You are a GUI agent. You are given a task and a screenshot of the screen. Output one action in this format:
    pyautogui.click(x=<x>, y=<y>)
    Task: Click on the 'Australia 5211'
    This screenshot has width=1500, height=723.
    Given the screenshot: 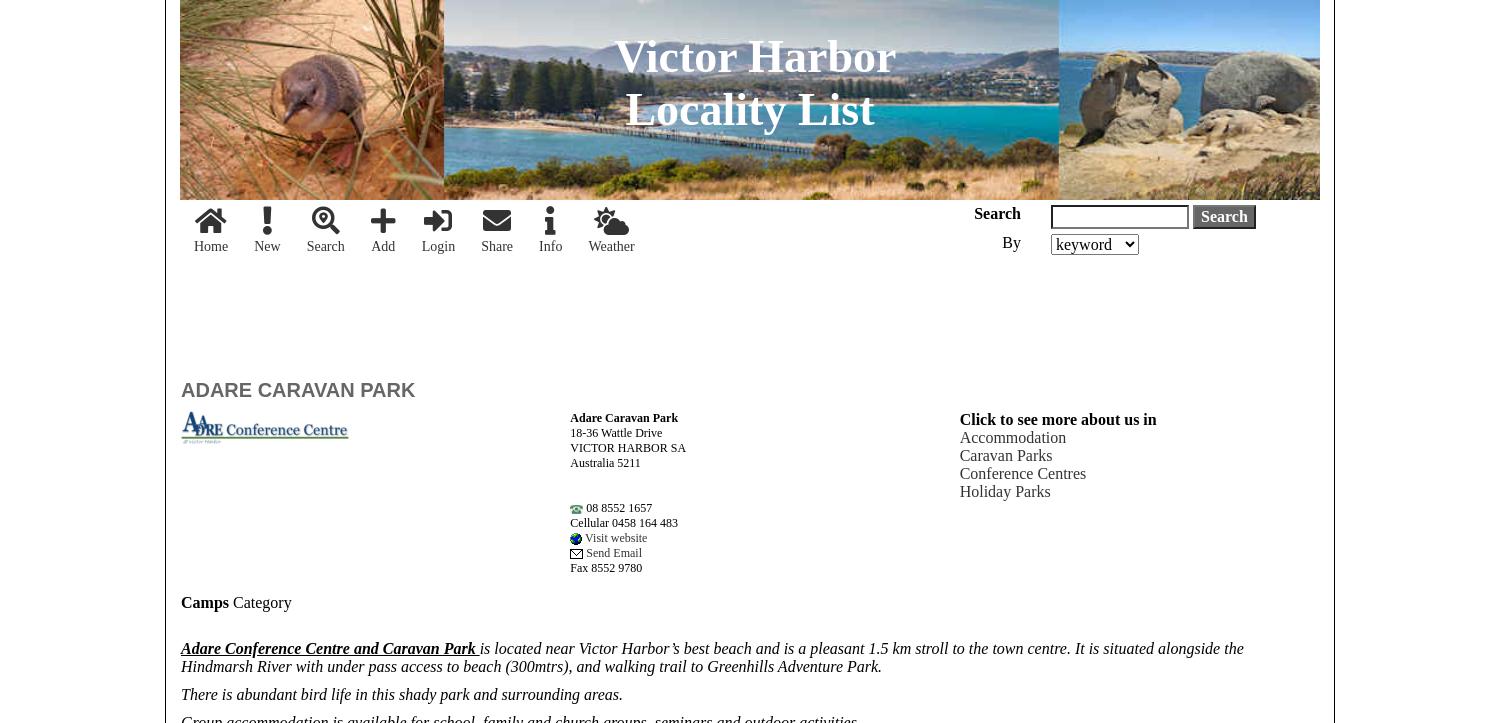 What is the action you would take?
    pyautogui.click(x=603, y=463)
    